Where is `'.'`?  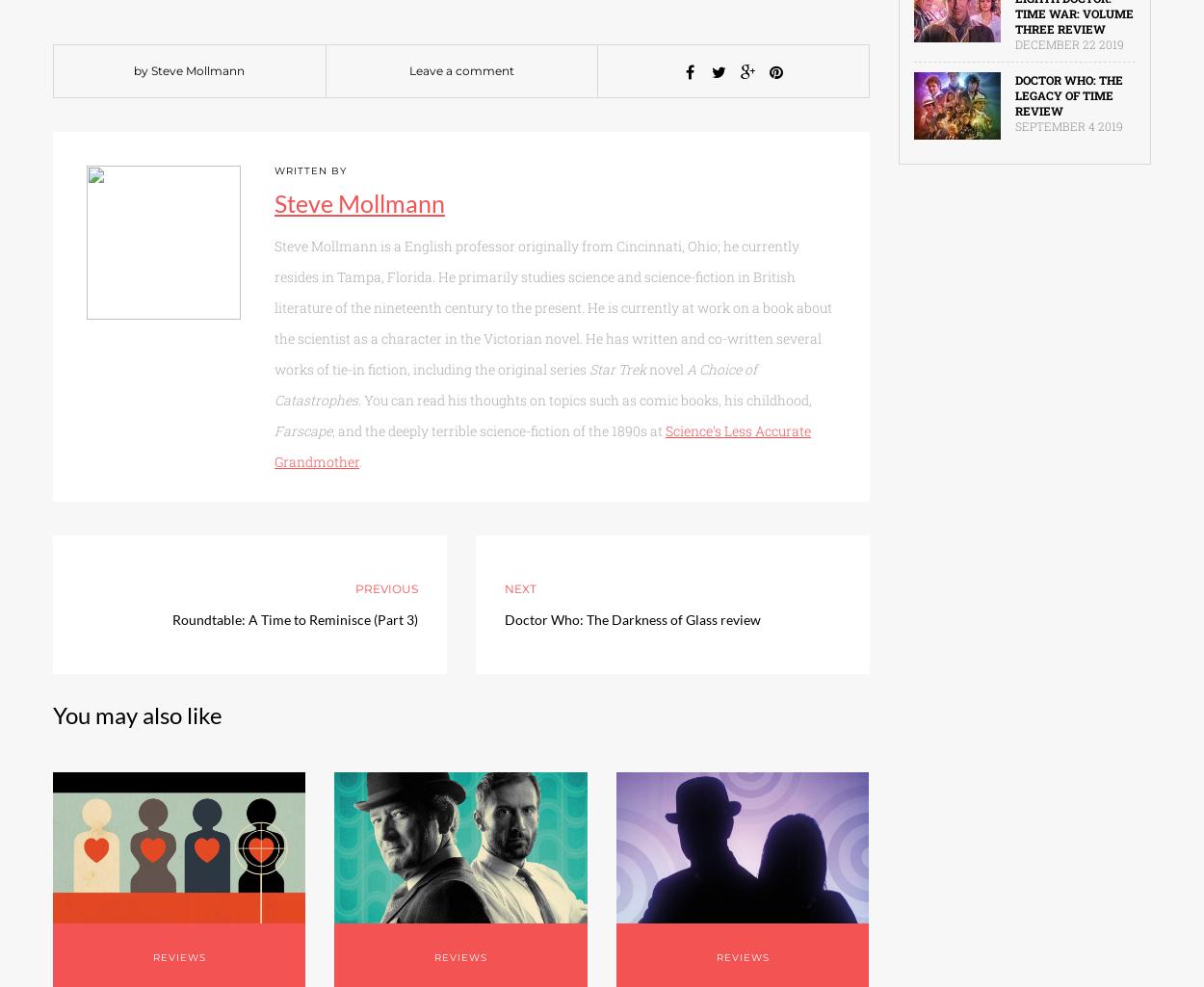 '.' is located at coordinates (359, 461).